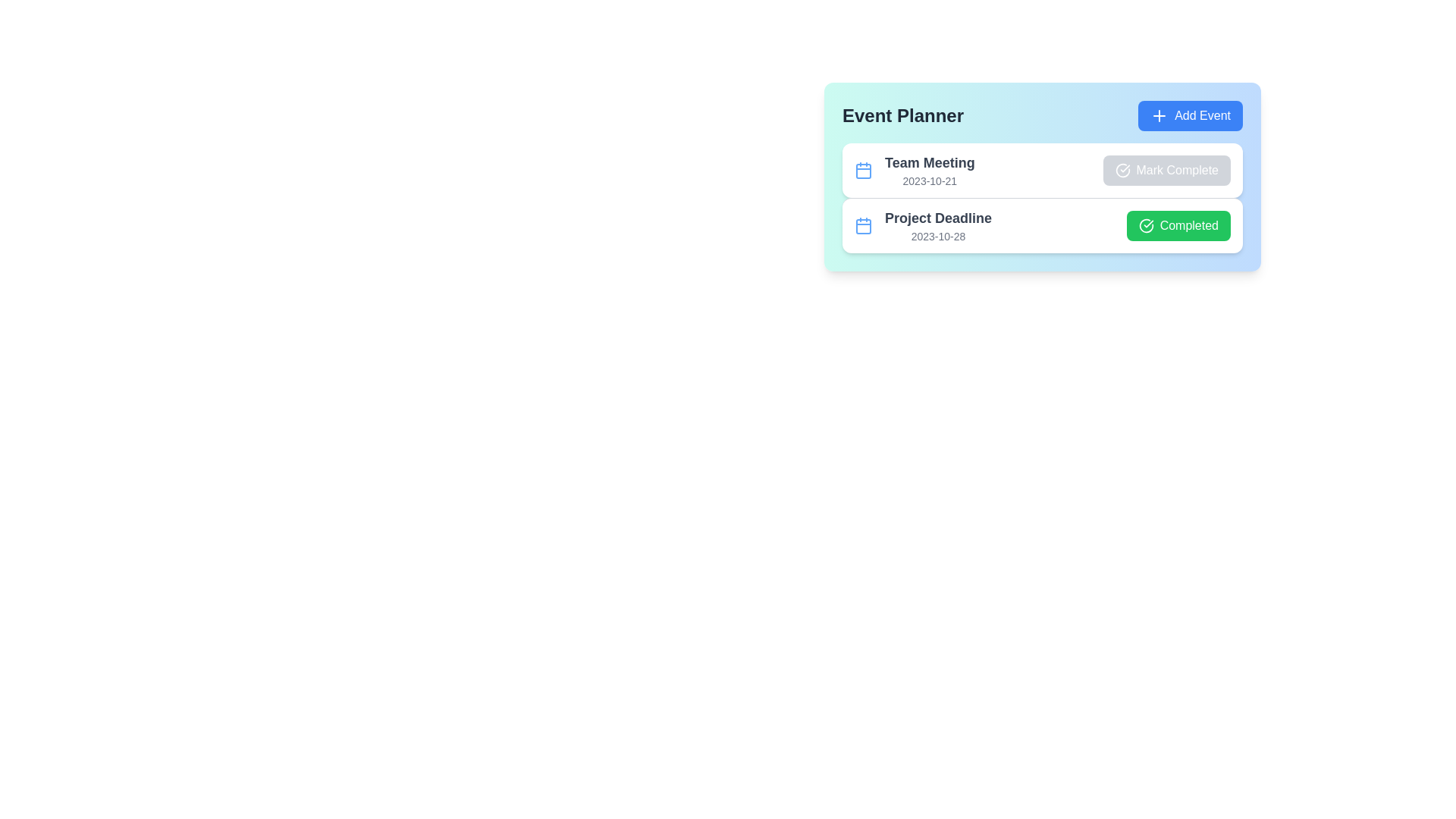 The height and width of the screenshot is (819, 1456). I want to click on the 'Add Event' button to initiate the process of adding a new event, so click(1189, 115).